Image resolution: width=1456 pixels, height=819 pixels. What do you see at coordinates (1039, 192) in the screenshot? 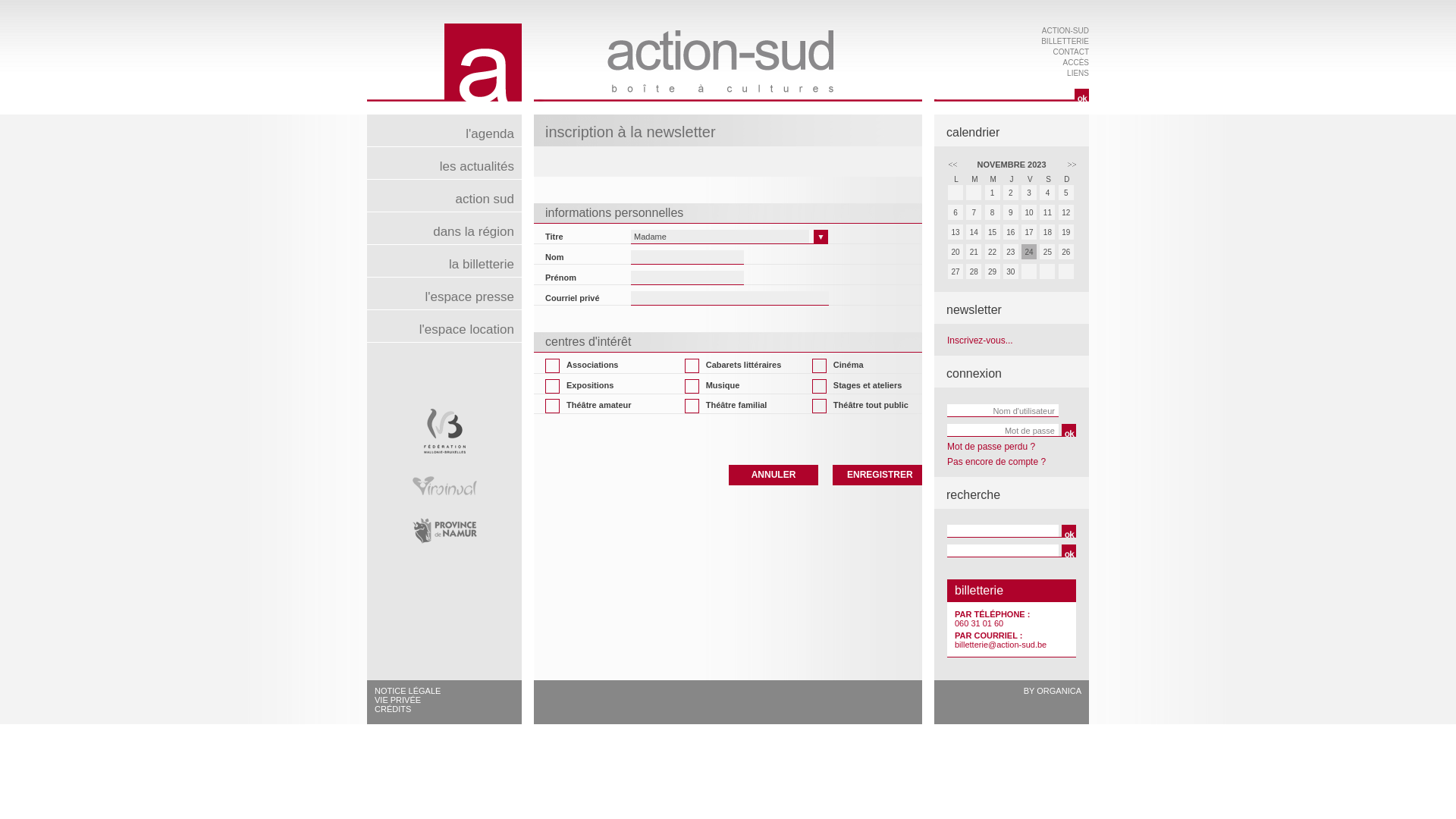
I see `'4'` at bounding box center [1039, 192].